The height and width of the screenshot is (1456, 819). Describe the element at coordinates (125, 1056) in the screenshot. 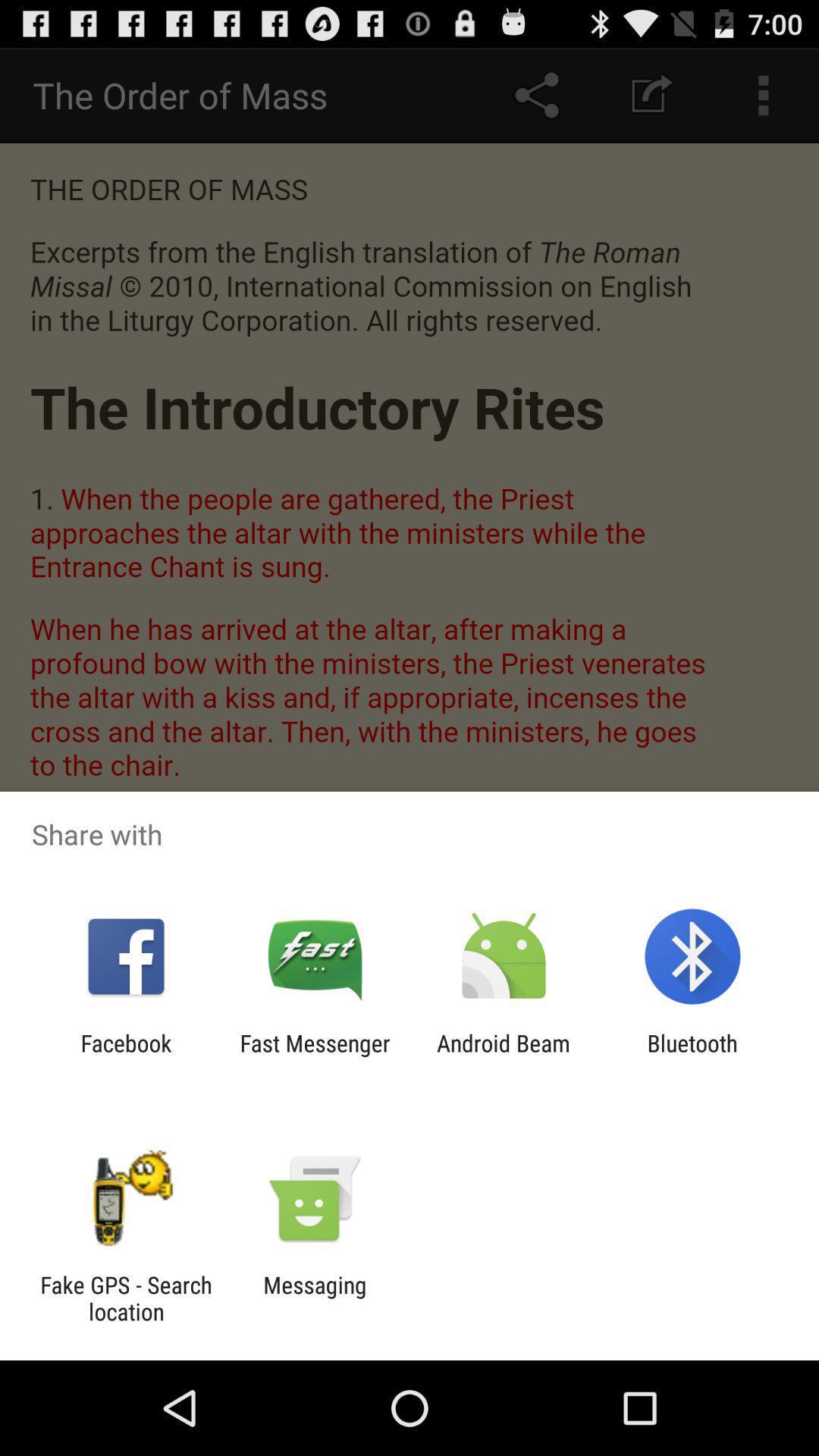

I see `item to the left of fast messenger app` at that location.